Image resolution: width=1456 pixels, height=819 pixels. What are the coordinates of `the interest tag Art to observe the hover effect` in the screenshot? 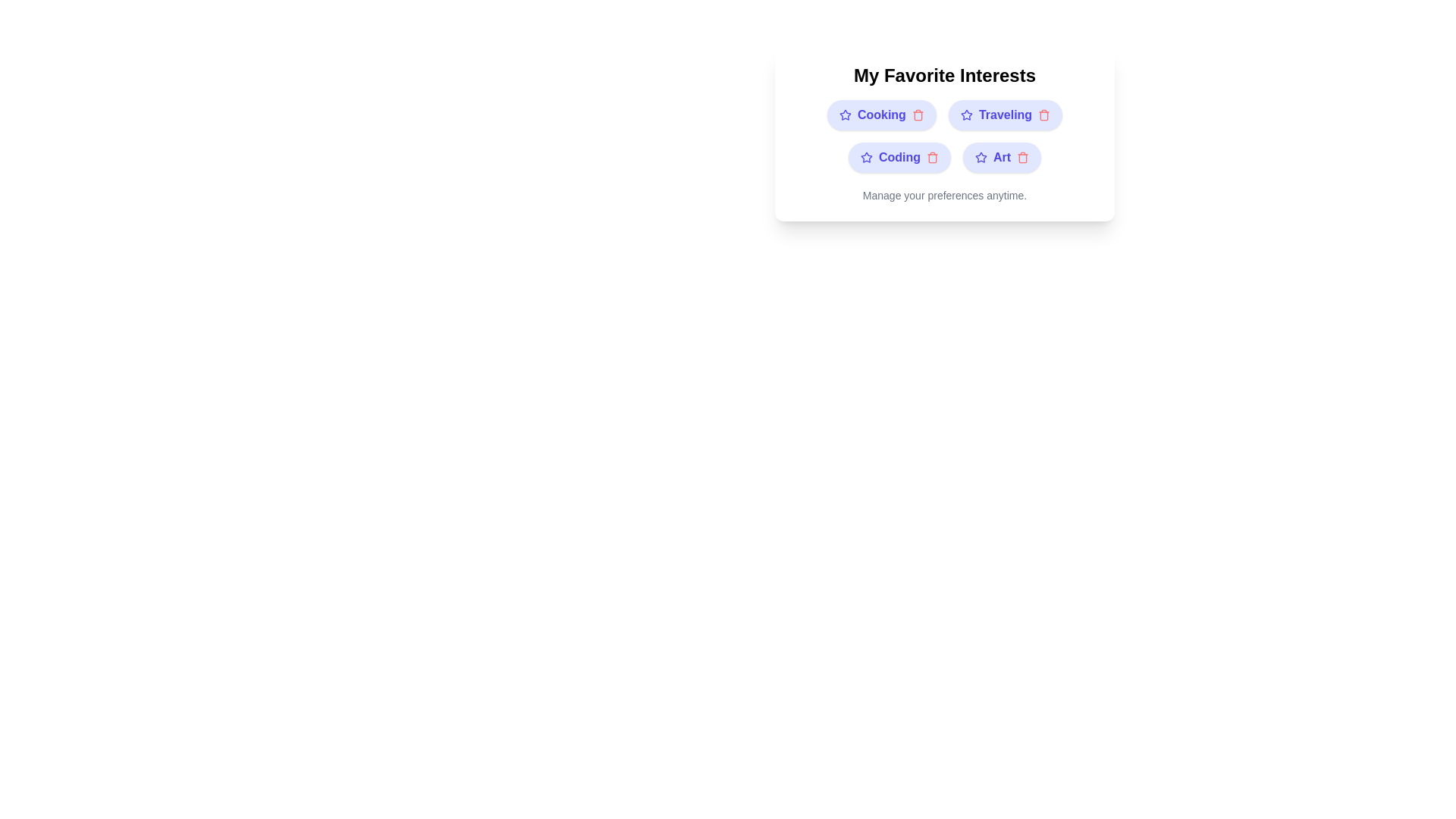 It's located at (1002, 158).